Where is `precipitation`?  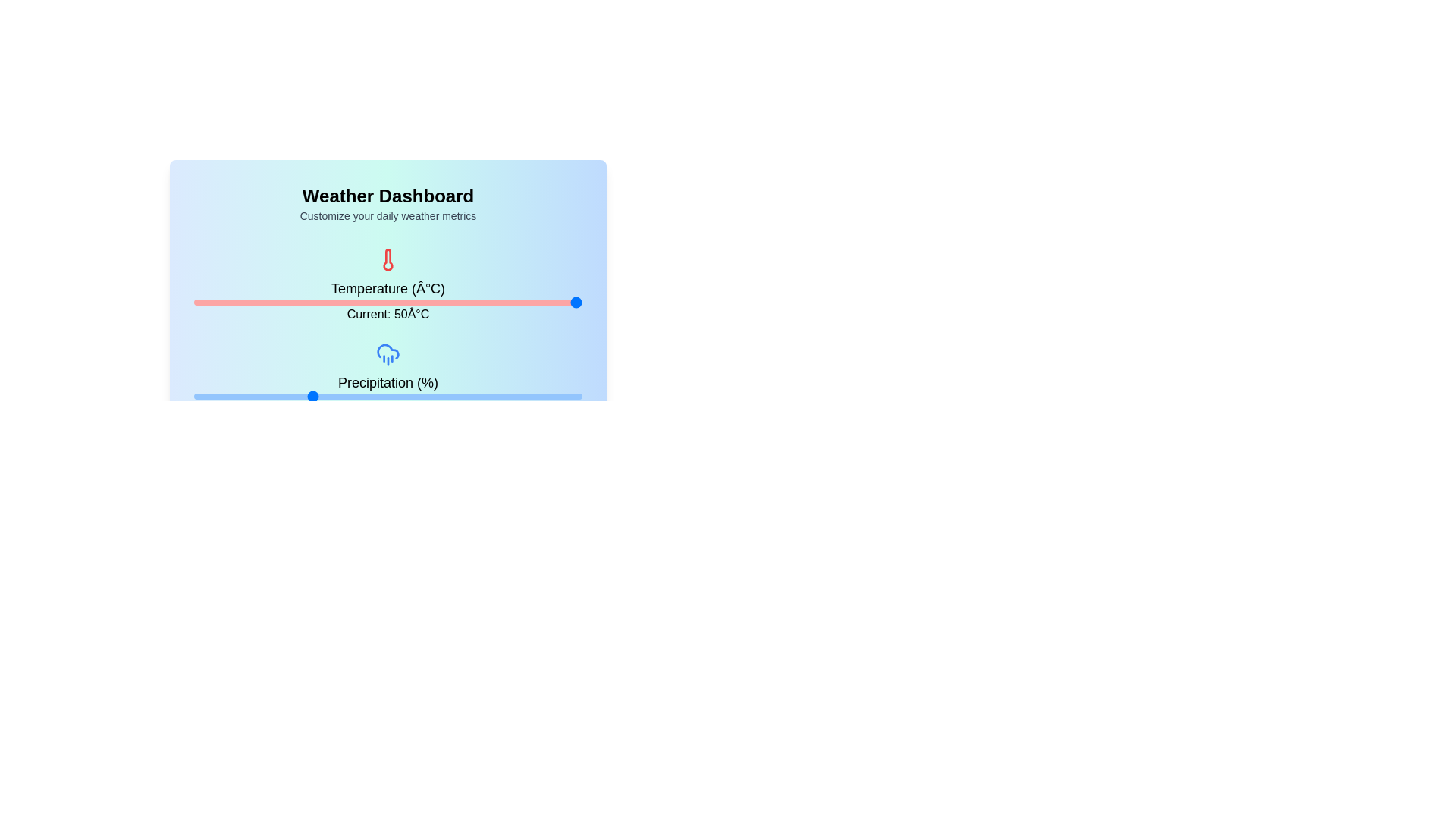 precipitation is located at coordinates (465, 396).